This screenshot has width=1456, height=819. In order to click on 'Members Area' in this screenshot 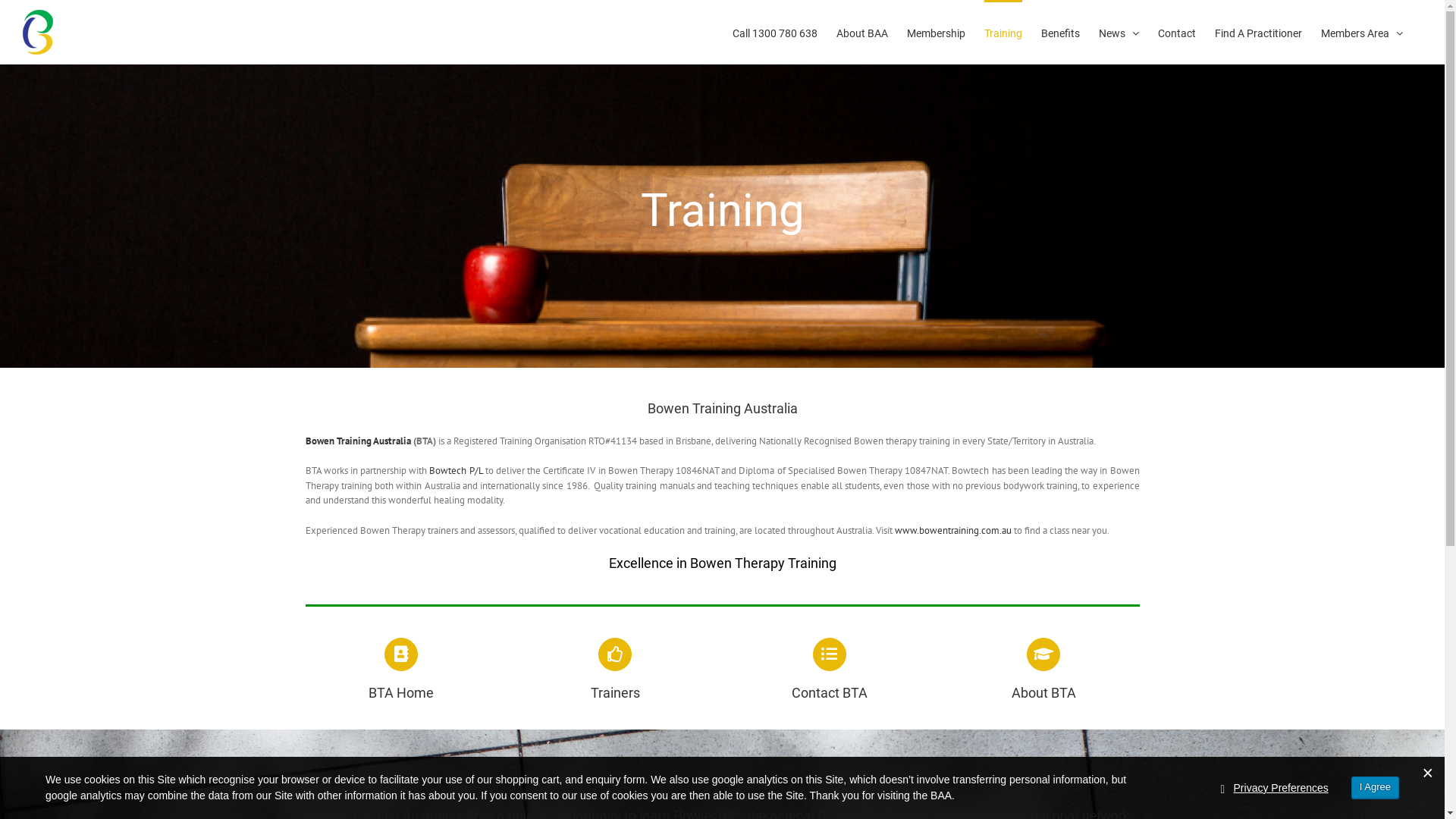, I will do `click(1320, 32)`.